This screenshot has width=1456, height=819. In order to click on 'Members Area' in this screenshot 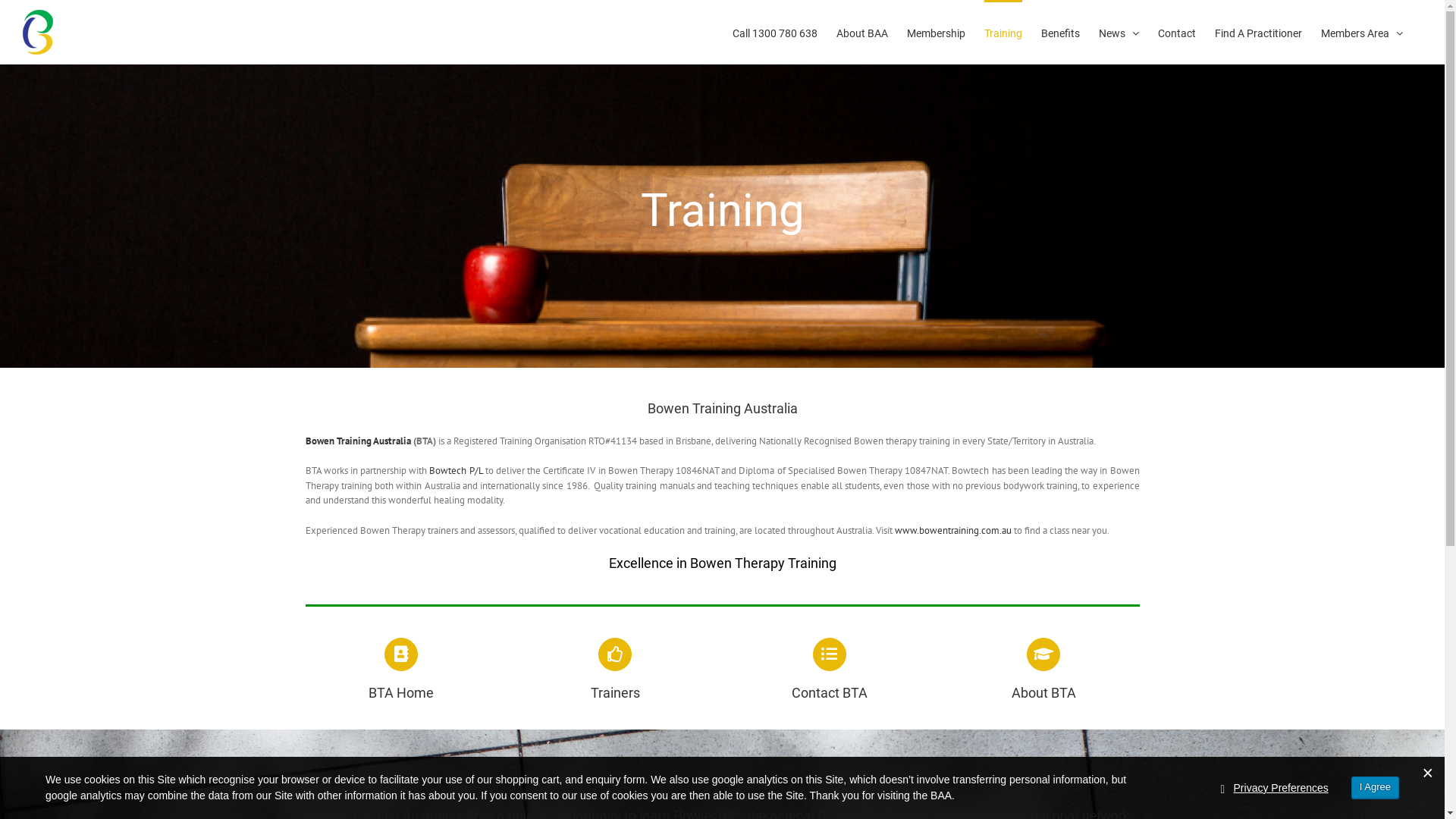, I will do `click(1320, 32)`.